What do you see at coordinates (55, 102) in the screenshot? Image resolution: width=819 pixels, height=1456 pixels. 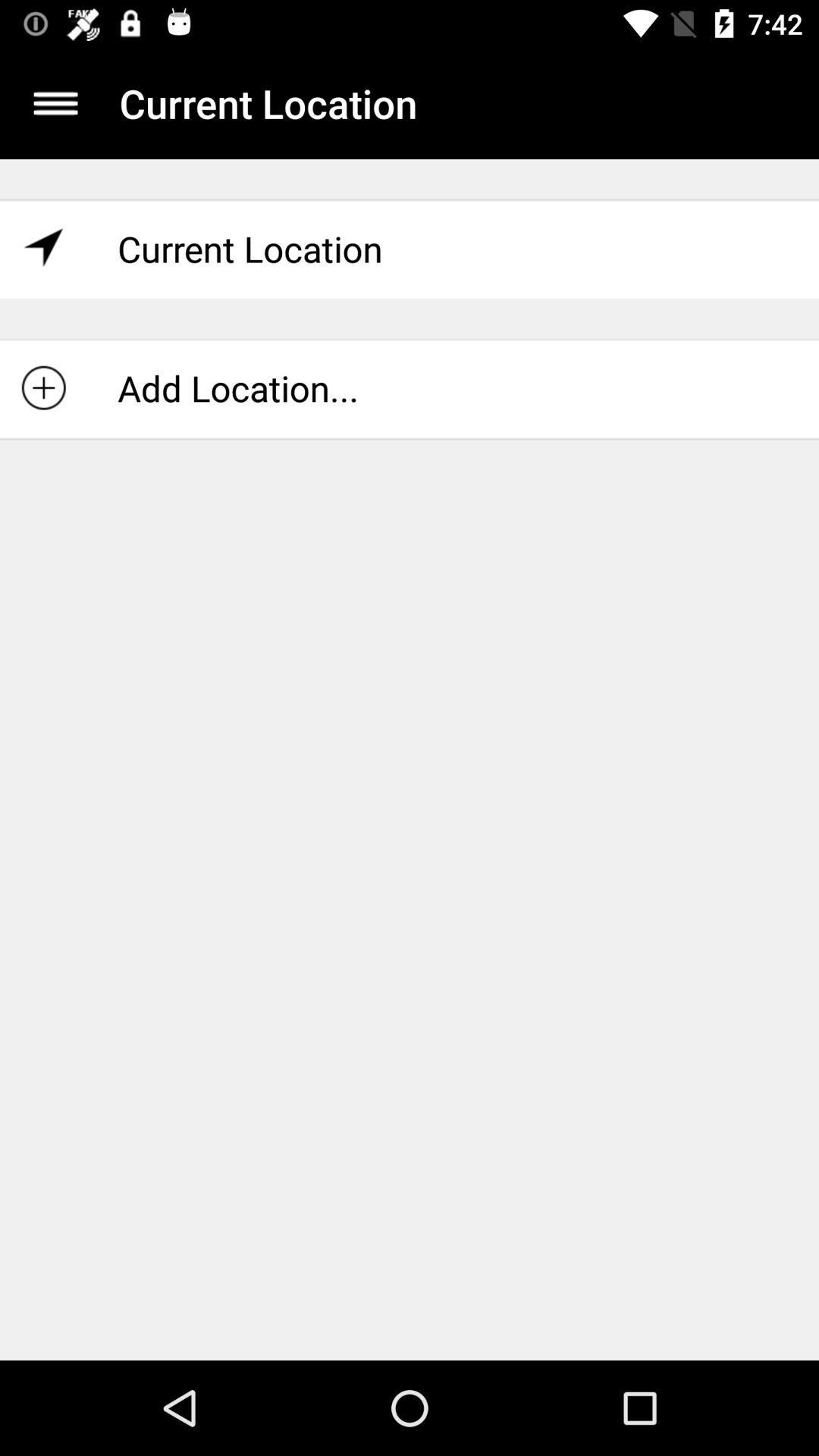 I see `the item to the left of the current location icon` at bounding box center [55, 102].